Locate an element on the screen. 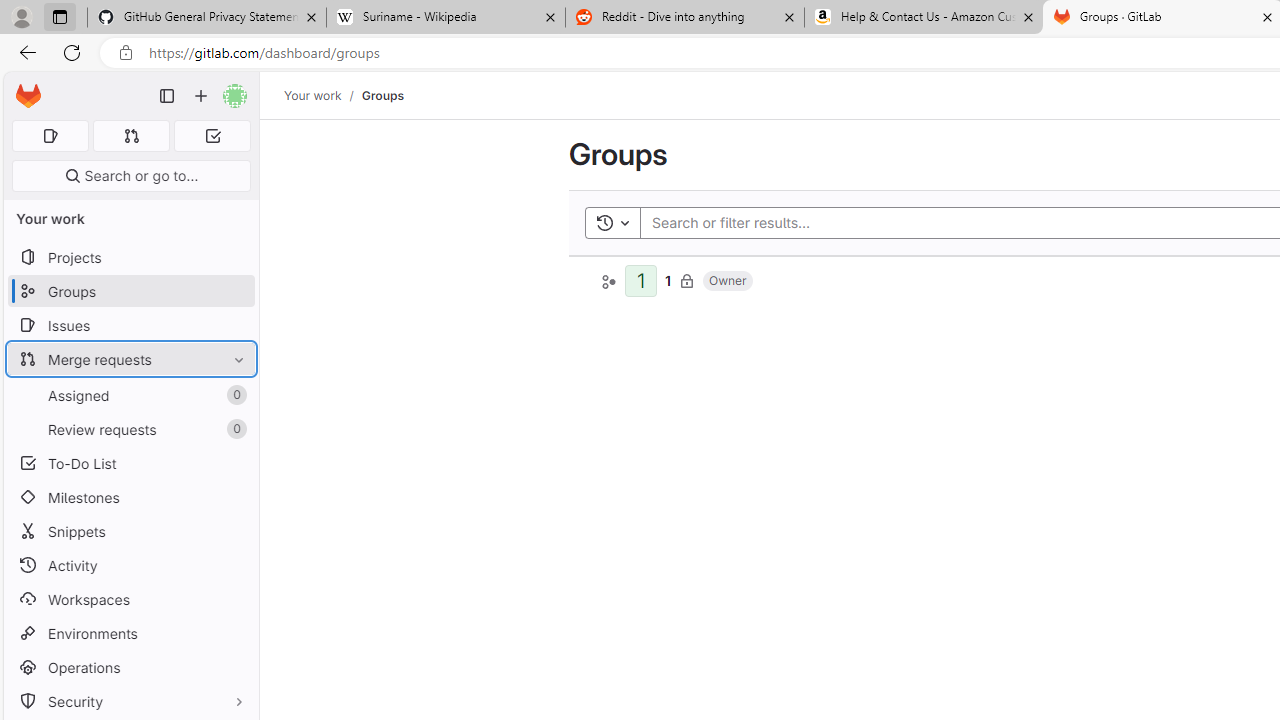 Image resolution: width=1280 pixels, height=720 pixels. 'Suriname - Wikipedia' is located at coordinates (444, 17).